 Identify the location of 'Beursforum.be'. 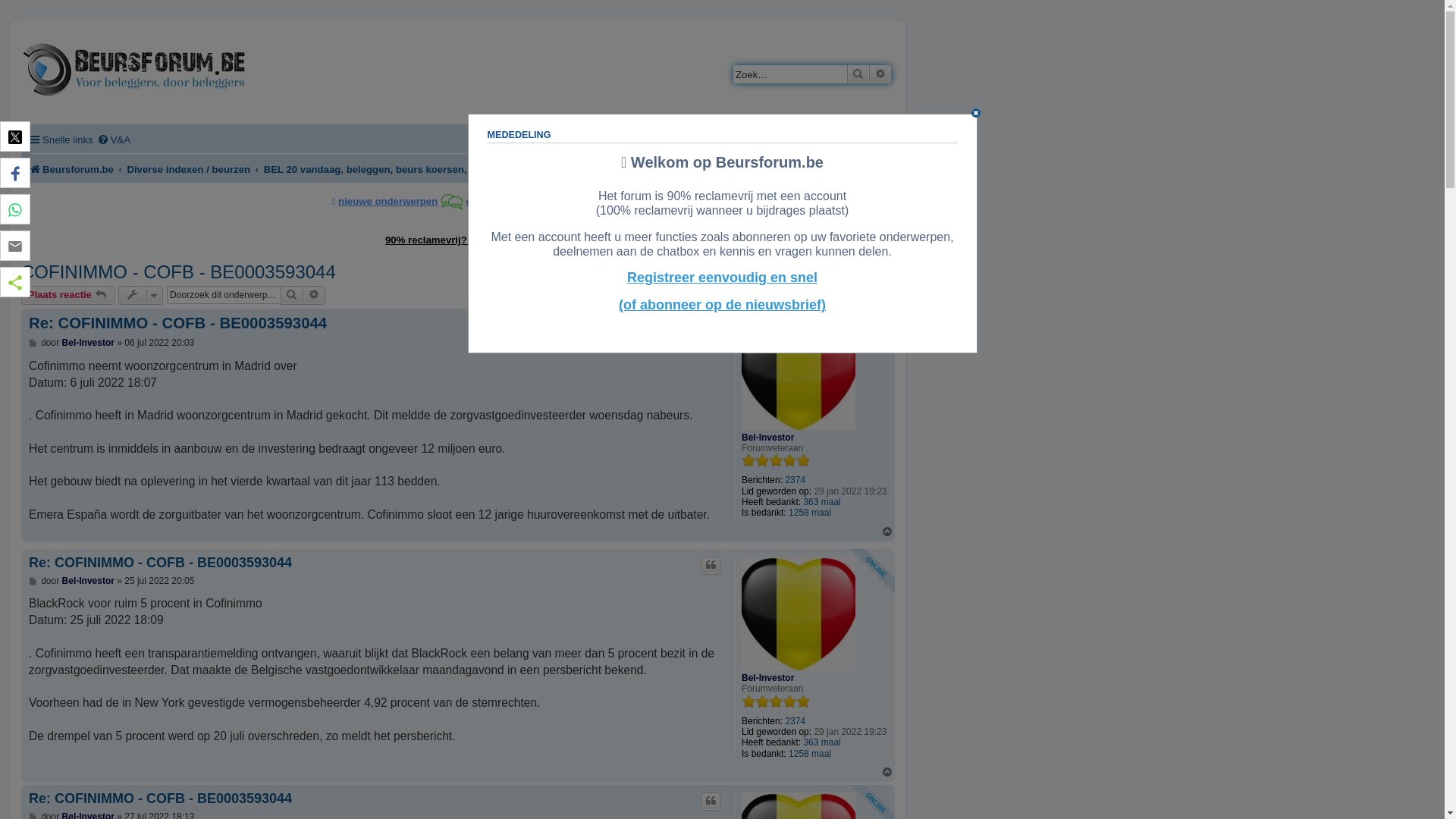
(29, 169).